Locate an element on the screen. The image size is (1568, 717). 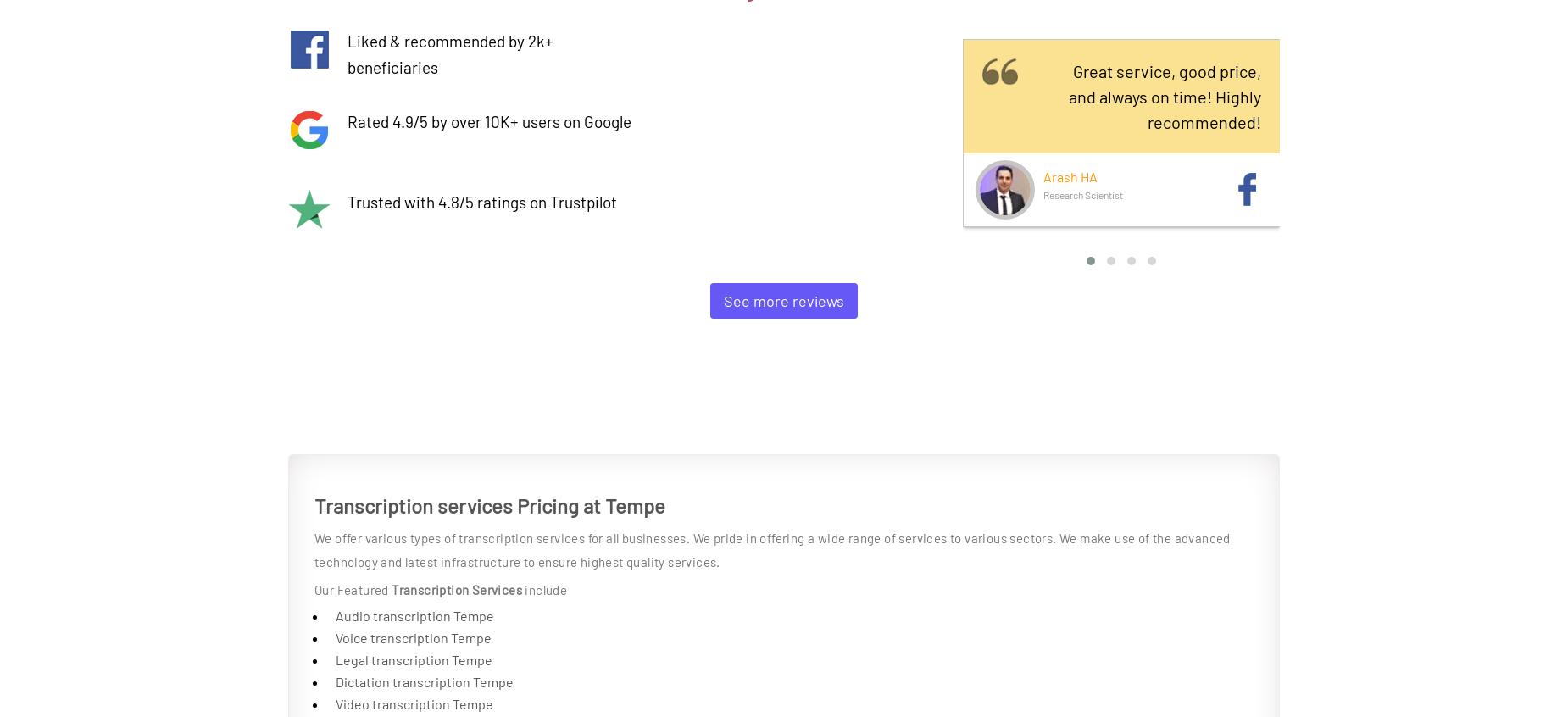
'Video transcription Tempe' is located at coordinates (414, 703).